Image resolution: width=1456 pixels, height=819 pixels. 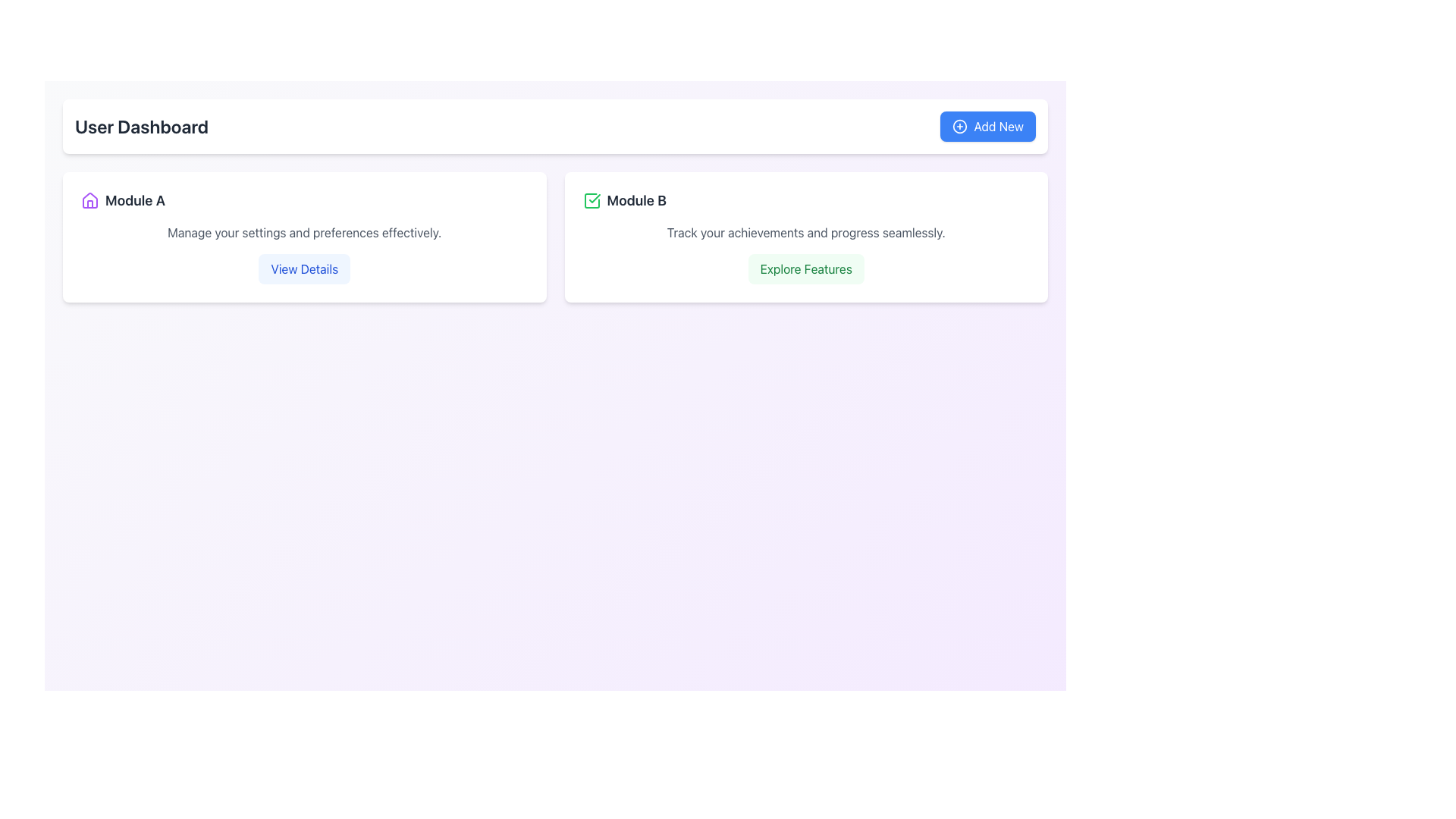 I want to click on the green check icon located to the left of the label 'Module B' within its card, positioned at the top-left corner of the card, so click(x=591, y=200).